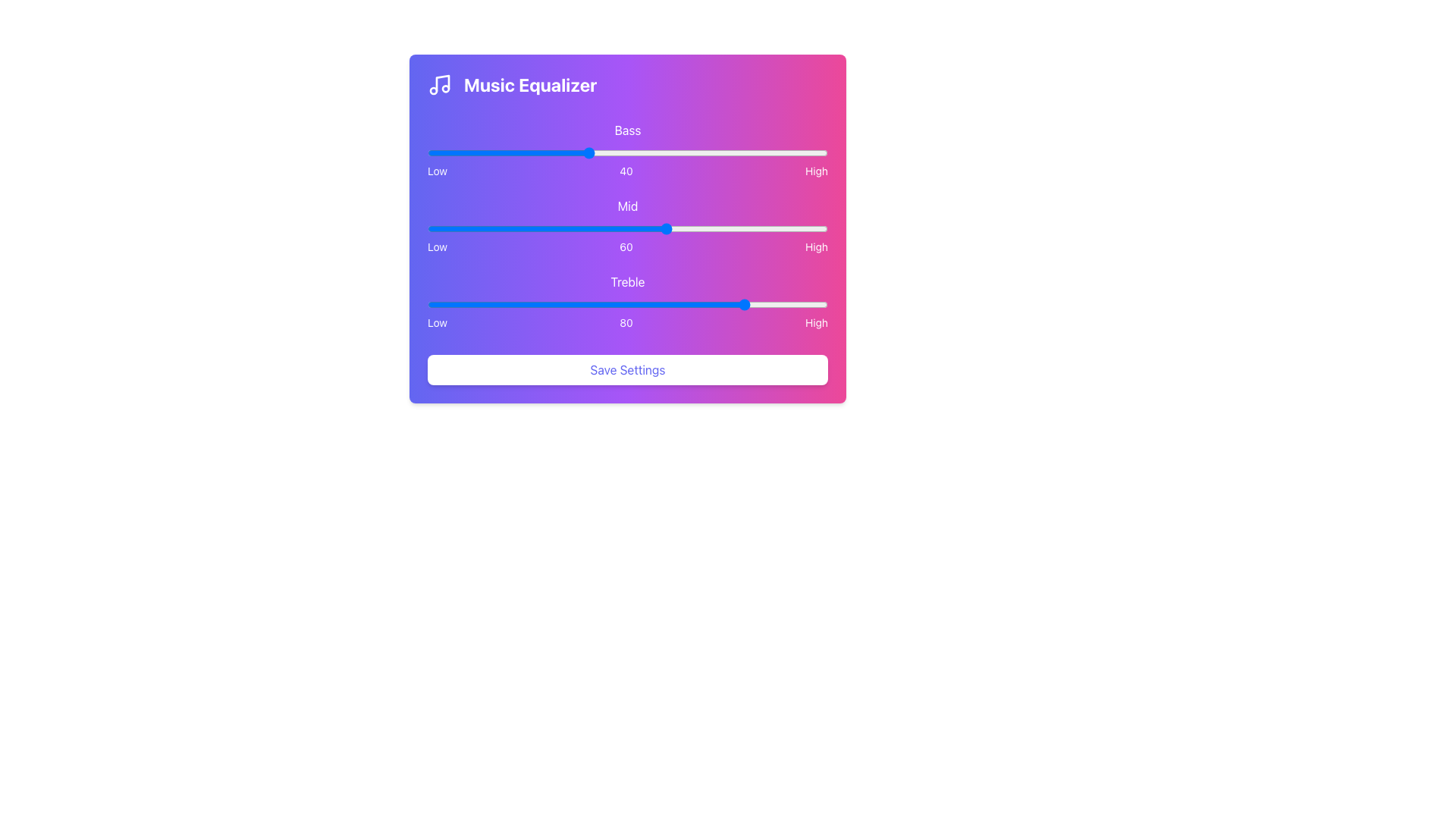 The image size is (1456, 819). I want to click on mid-range frequency, so click(776, 228).